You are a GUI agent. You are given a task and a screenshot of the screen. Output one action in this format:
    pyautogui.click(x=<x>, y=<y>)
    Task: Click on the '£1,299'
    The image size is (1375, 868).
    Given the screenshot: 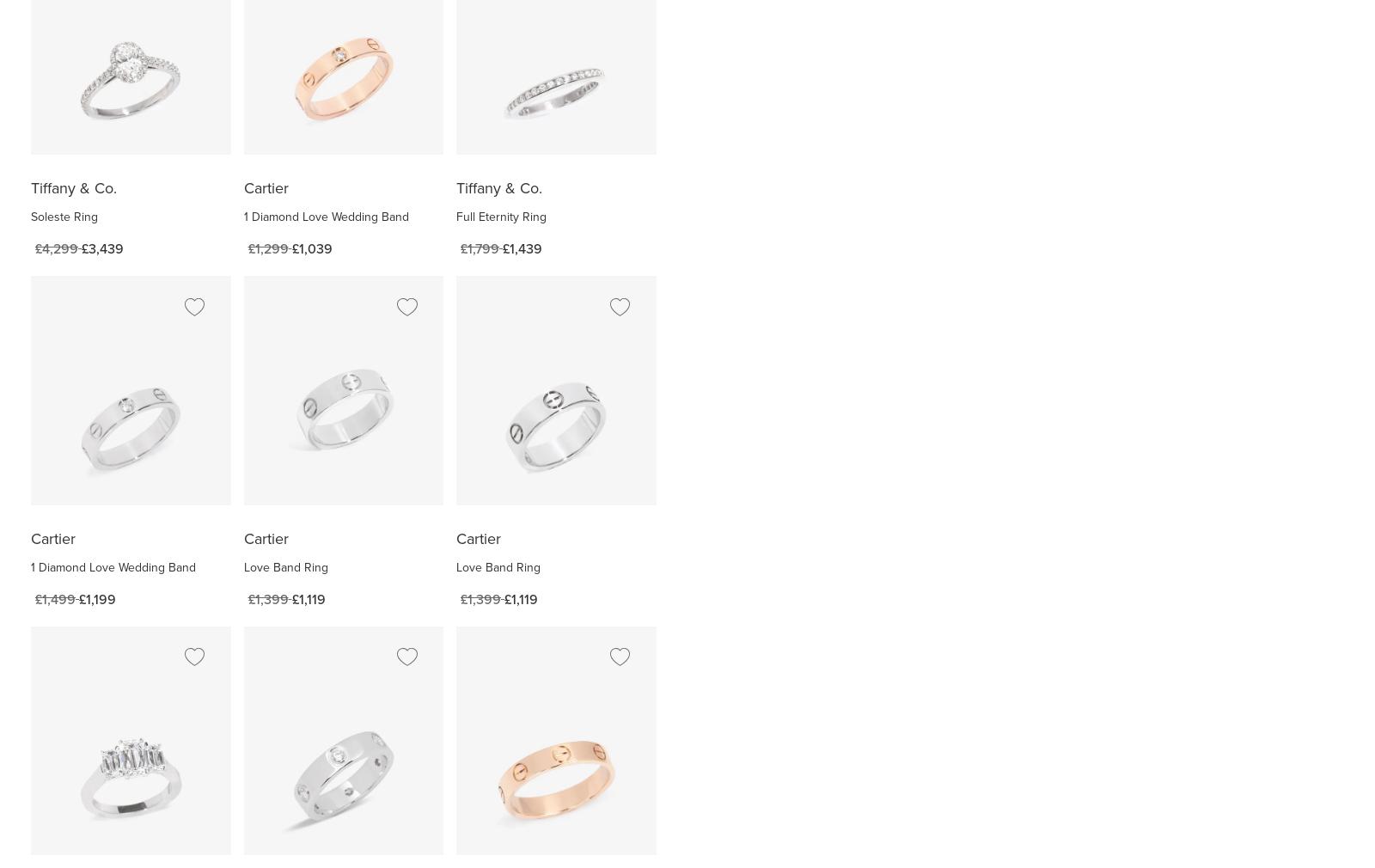 What is the action you would take?
    pyautogui.click(x=267, y=248)
    